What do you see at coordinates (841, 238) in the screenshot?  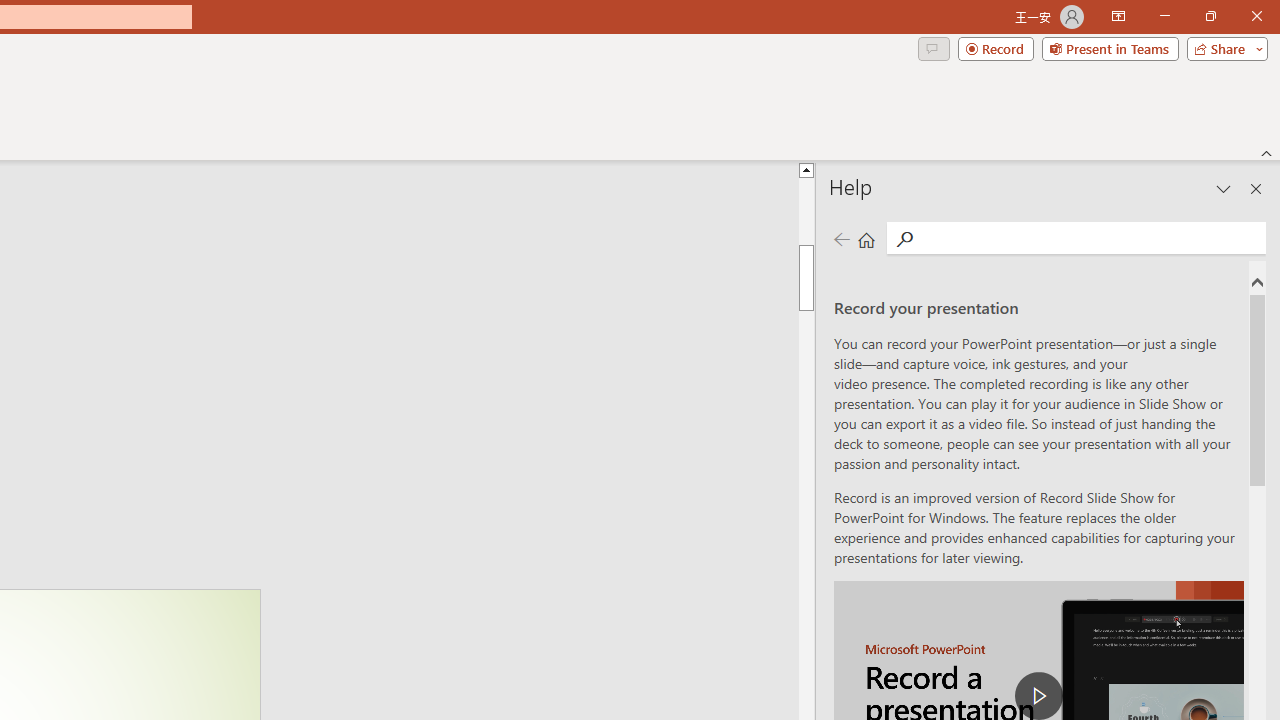 I see `'Previous page'` at bounding box center [841, 238].